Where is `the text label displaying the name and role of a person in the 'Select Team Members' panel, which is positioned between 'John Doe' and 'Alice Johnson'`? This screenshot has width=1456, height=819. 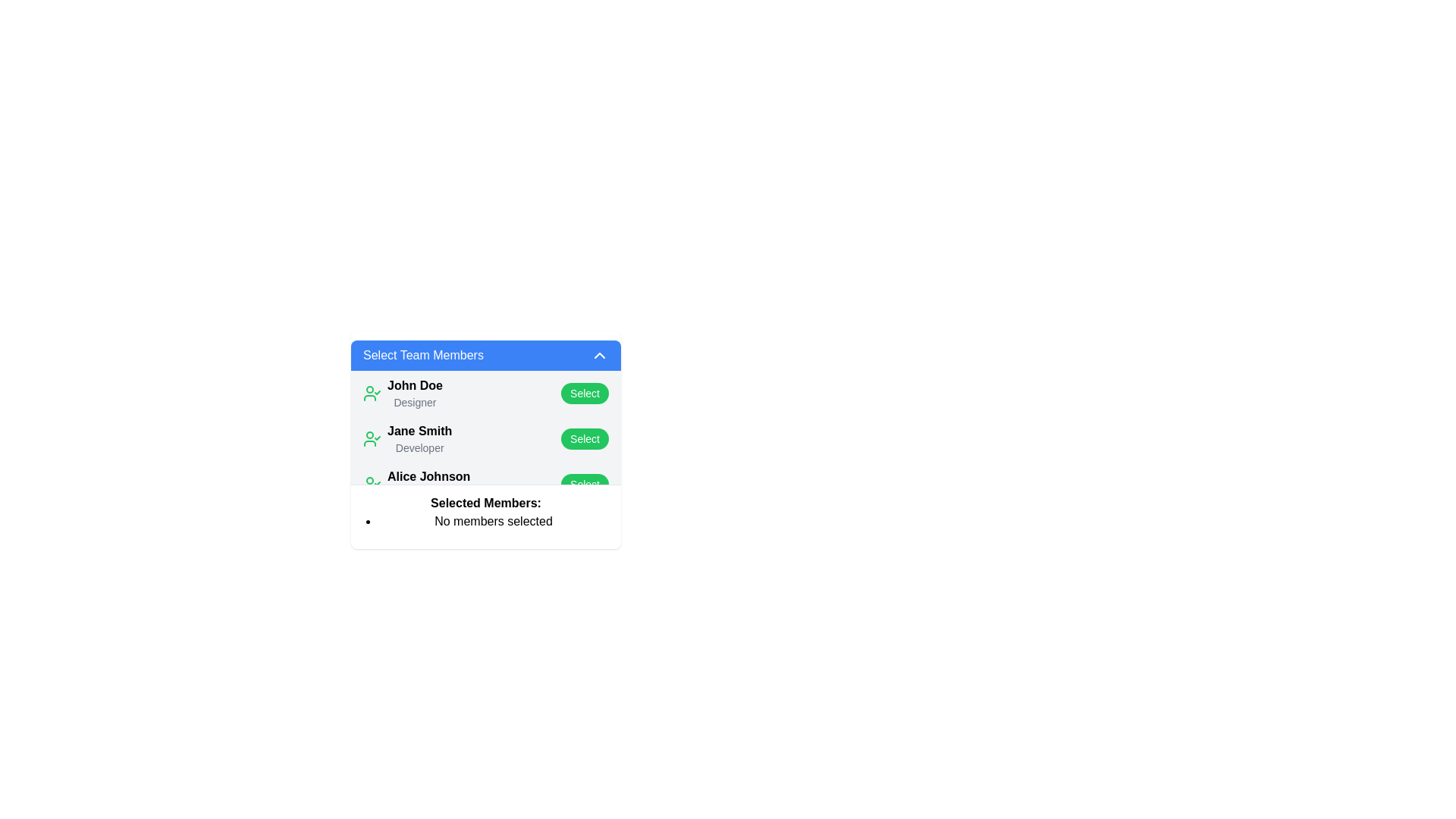
the text label displaying the name and role of a person in the 'Select Team Members' panel, which is positioned between 'John Doe' and 'Alice Johnson' is located at coordinates (419, 438).